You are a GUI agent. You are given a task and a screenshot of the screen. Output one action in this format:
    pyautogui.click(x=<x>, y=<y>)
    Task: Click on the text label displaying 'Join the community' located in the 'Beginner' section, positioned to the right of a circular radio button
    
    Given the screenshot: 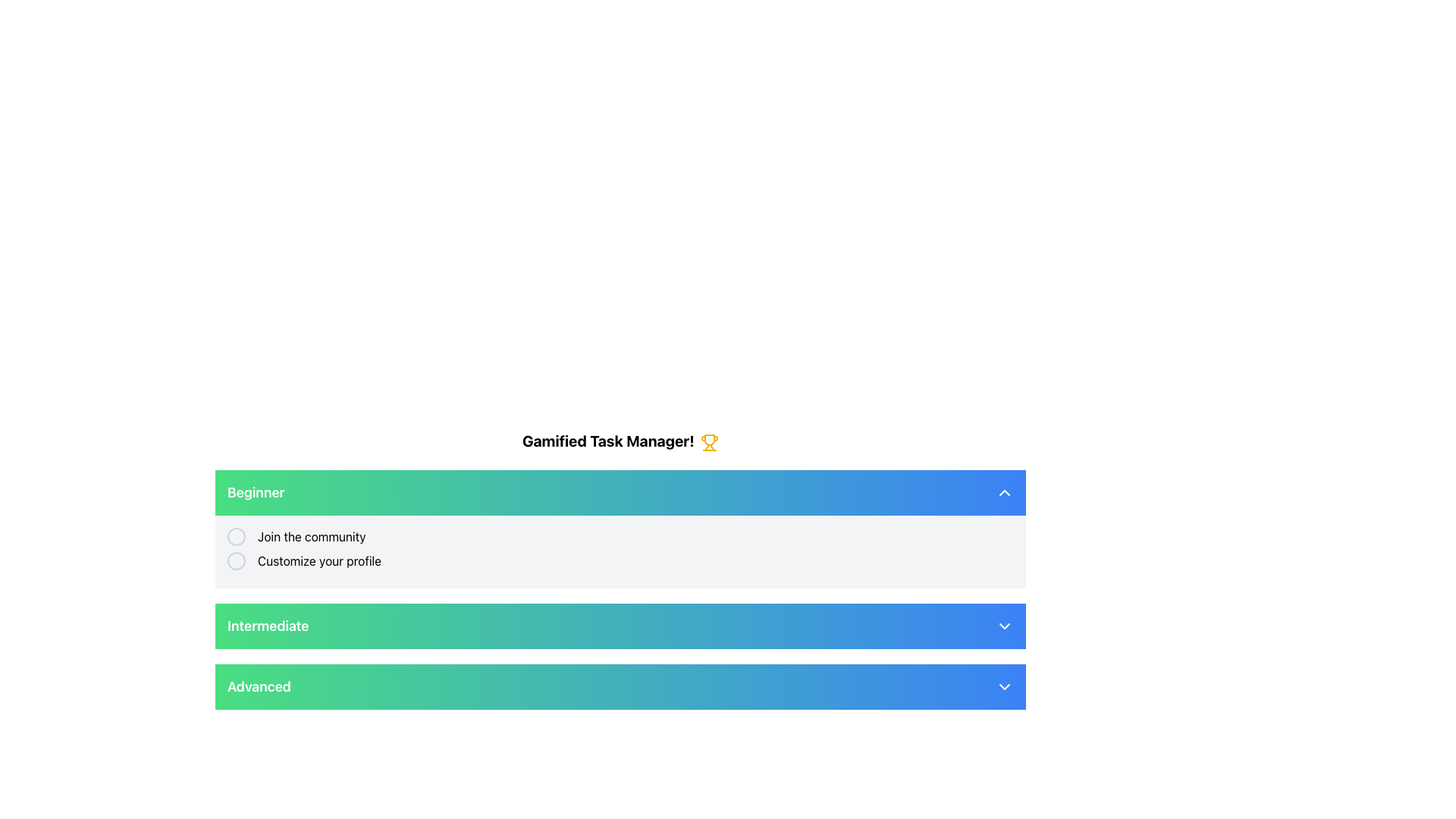 What is the action you would take?
    pyautogui.click(x=311, y=536)
    